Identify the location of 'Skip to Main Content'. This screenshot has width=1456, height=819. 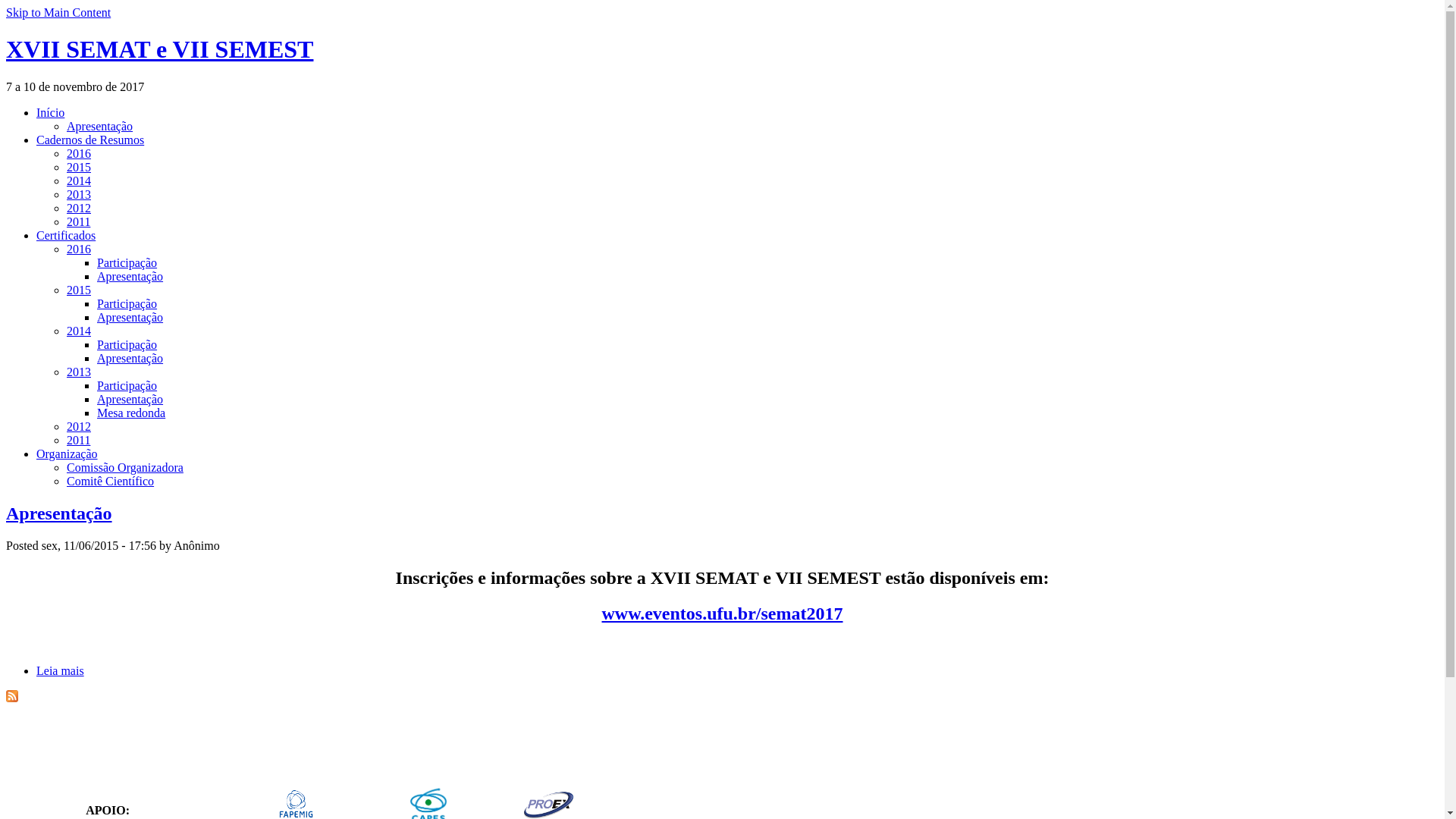
(58, 12).